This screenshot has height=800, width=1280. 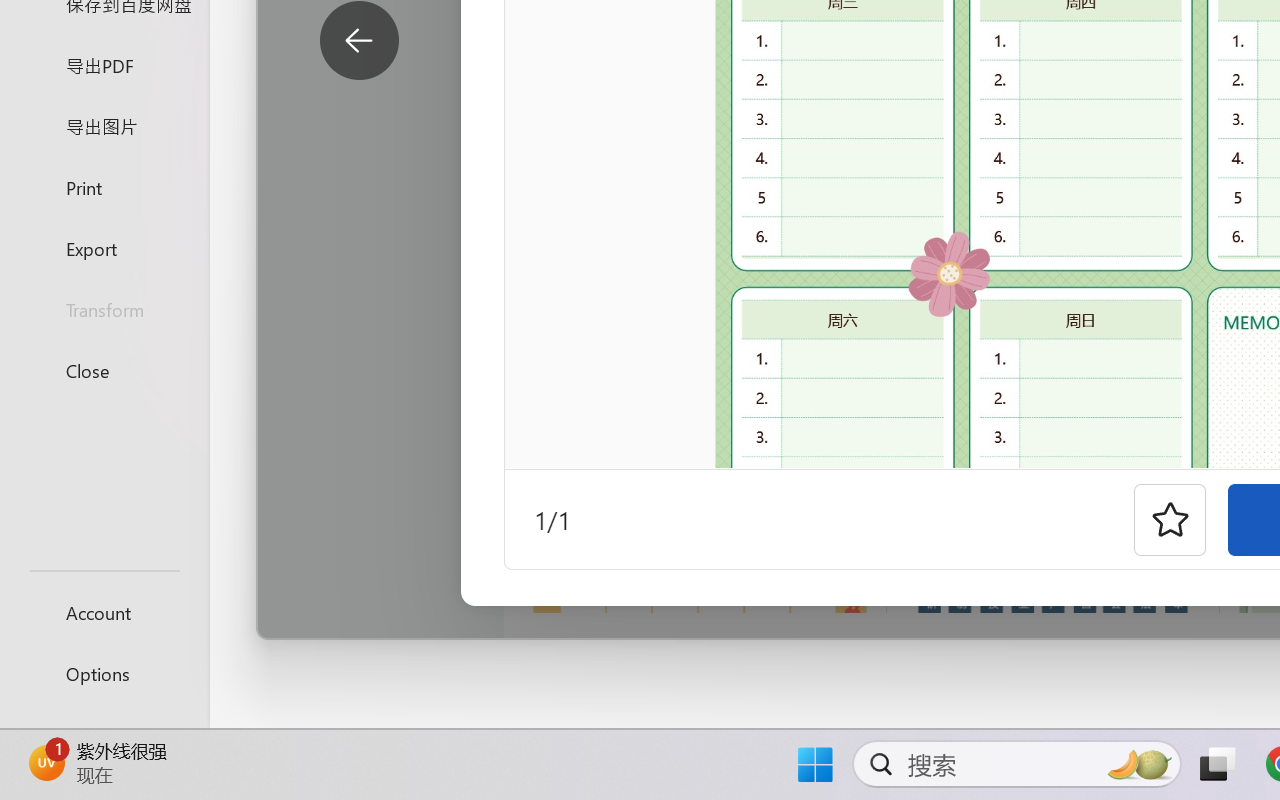 I want to click on 'Transform', so click(x=103, y=308).